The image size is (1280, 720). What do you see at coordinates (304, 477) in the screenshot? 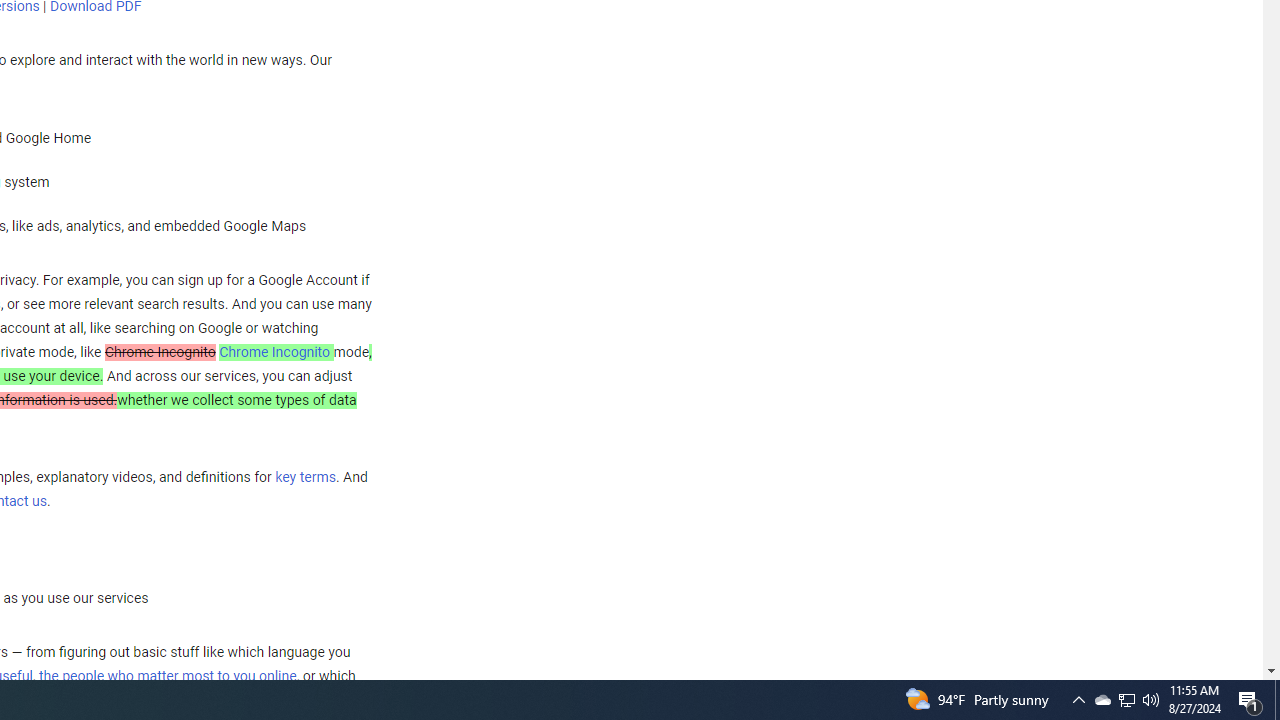
I see `'key terms'` at bounding box center [304, 477].